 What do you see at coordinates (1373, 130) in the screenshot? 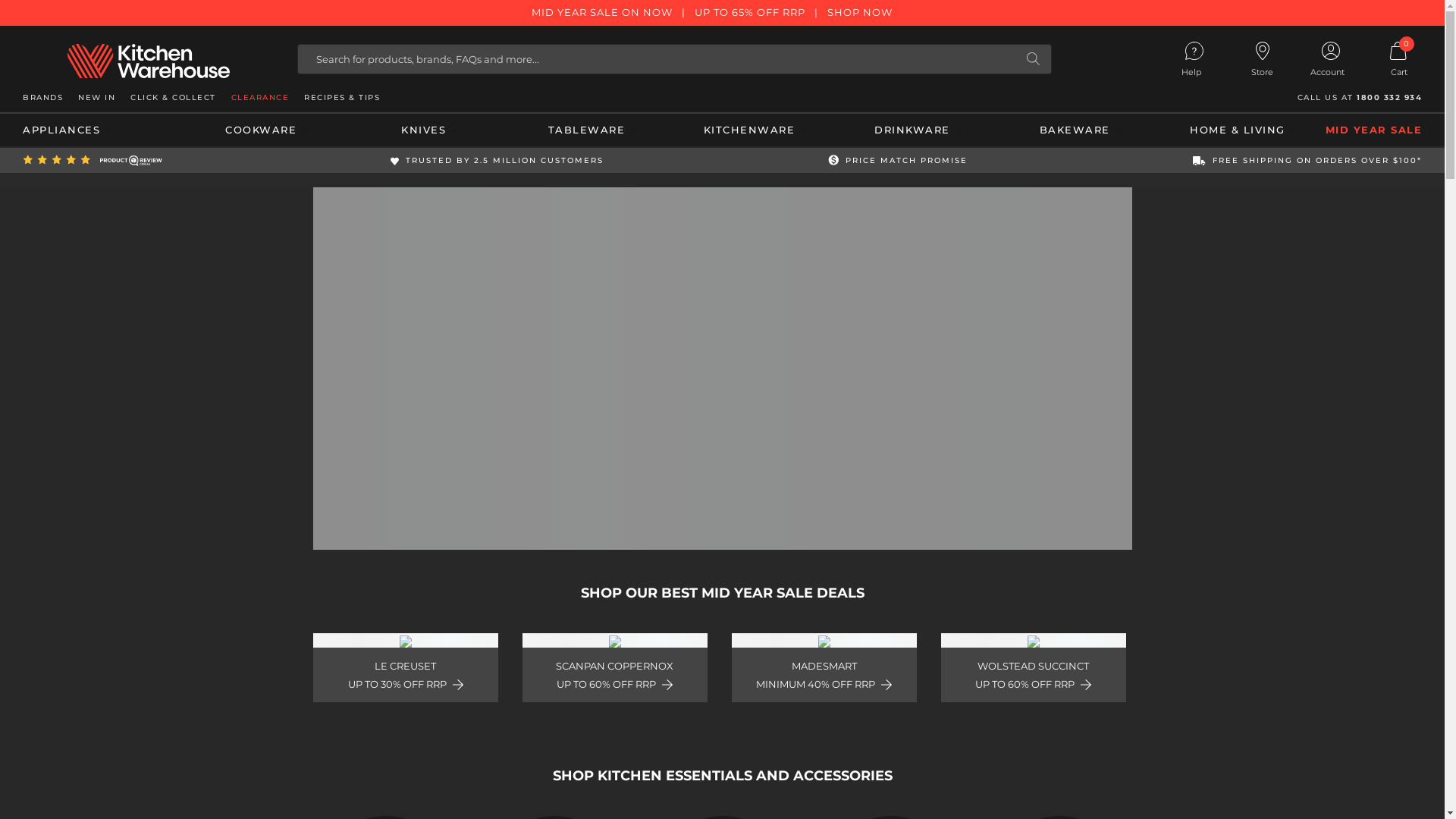
I see `'MID YEAR SALE'` at bounding box center [1373, 130].